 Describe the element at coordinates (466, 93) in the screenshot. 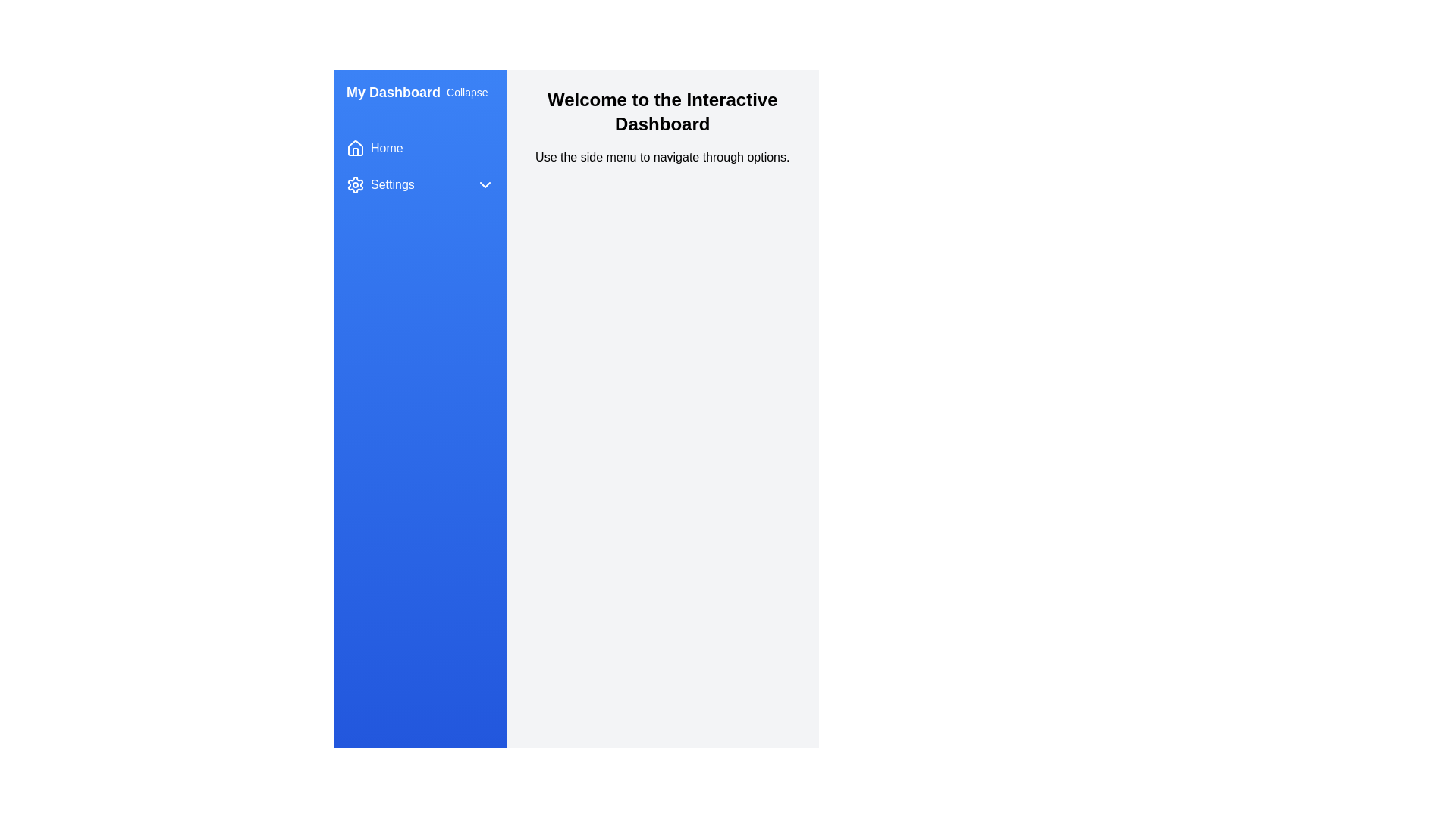

I see `the button located at the top right corner of the 'My Dashboard' section` at that location.